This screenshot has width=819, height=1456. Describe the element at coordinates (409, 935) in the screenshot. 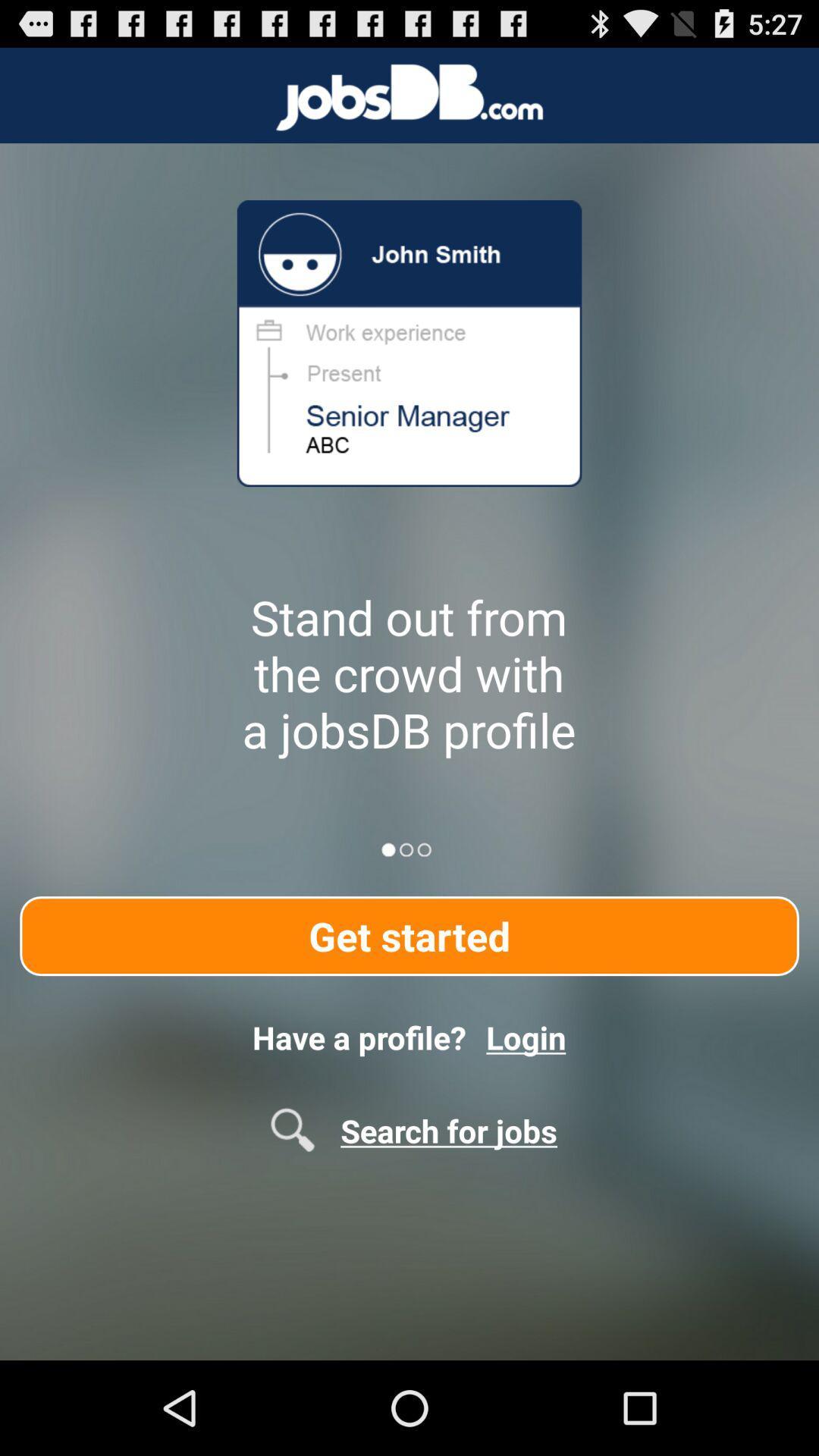

I see `the get started icon` at that location.